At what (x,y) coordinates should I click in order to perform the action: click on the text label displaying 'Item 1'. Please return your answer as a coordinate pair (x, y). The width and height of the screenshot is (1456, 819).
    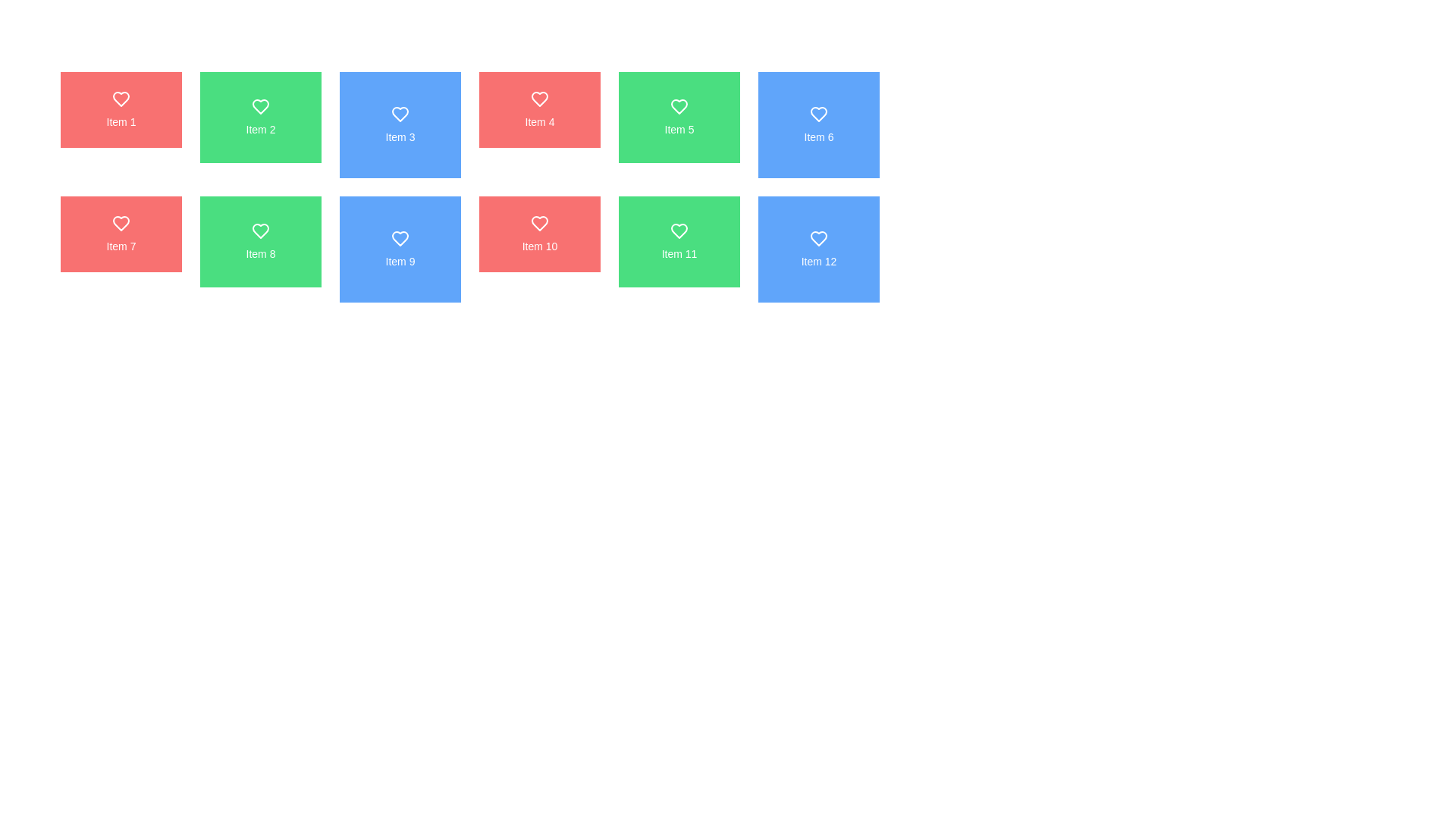
    Looking at the image, I should click on (120, 121).